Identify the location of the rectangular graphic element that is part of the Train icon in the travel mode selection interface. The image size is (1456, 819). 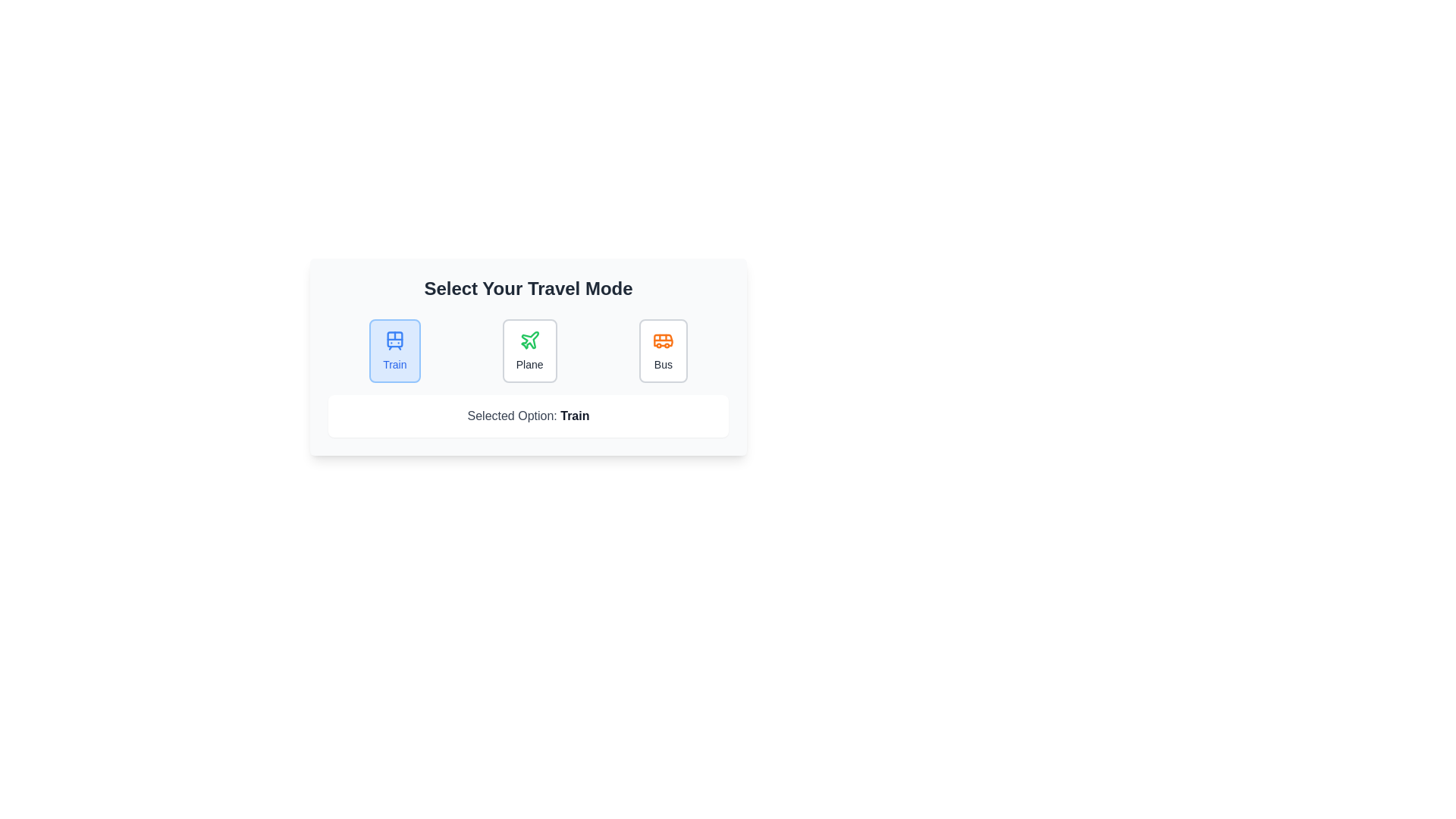
(394, 338).